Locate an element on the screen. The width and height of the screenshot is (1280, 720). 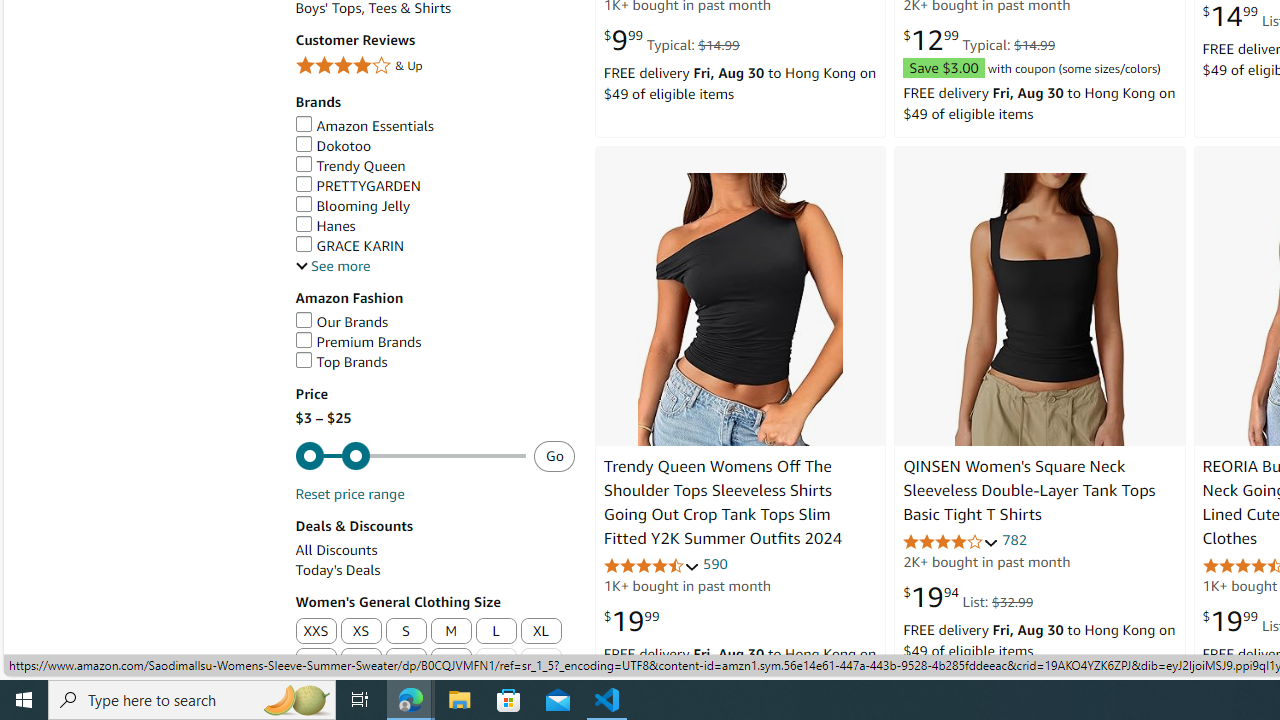
'XXS' is located at coordinates (315, 632).